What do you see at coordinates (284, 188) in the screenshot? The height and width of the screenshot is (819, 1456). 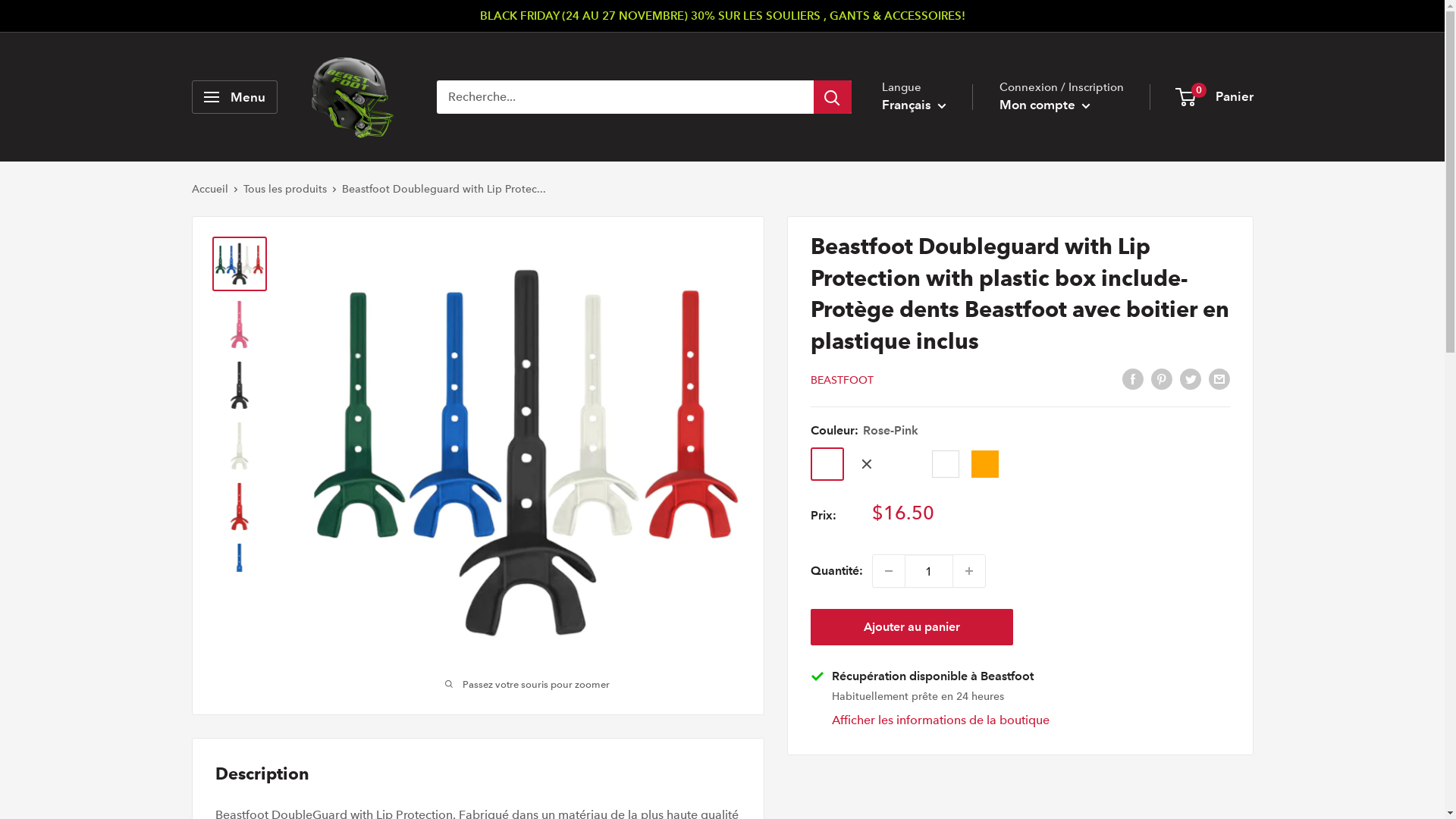 I see `'Tous les produits'` at bounding box center [284, 188].